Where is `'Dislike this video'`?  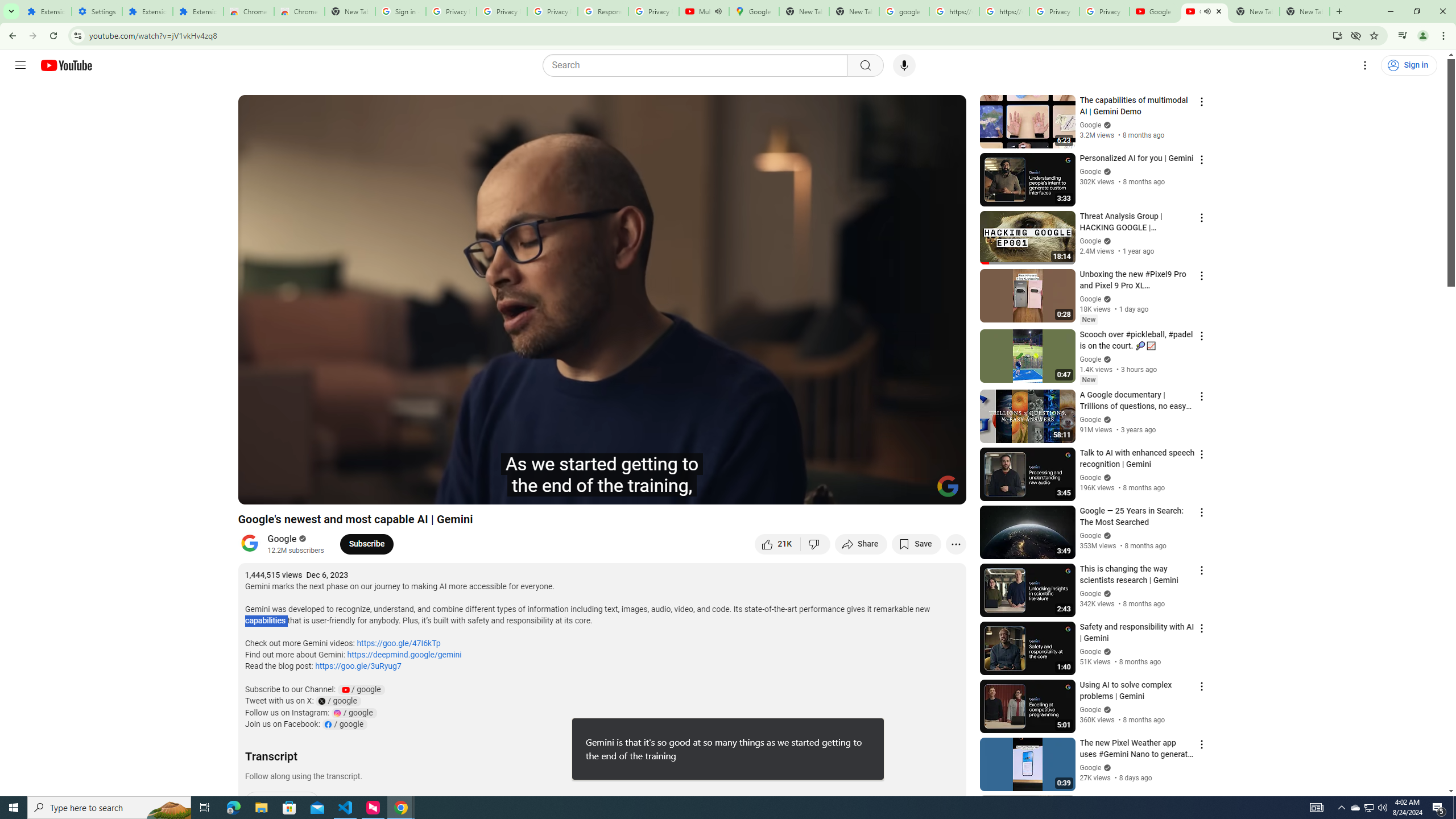 'Dislike this video' is located at coordinates (816, 543).